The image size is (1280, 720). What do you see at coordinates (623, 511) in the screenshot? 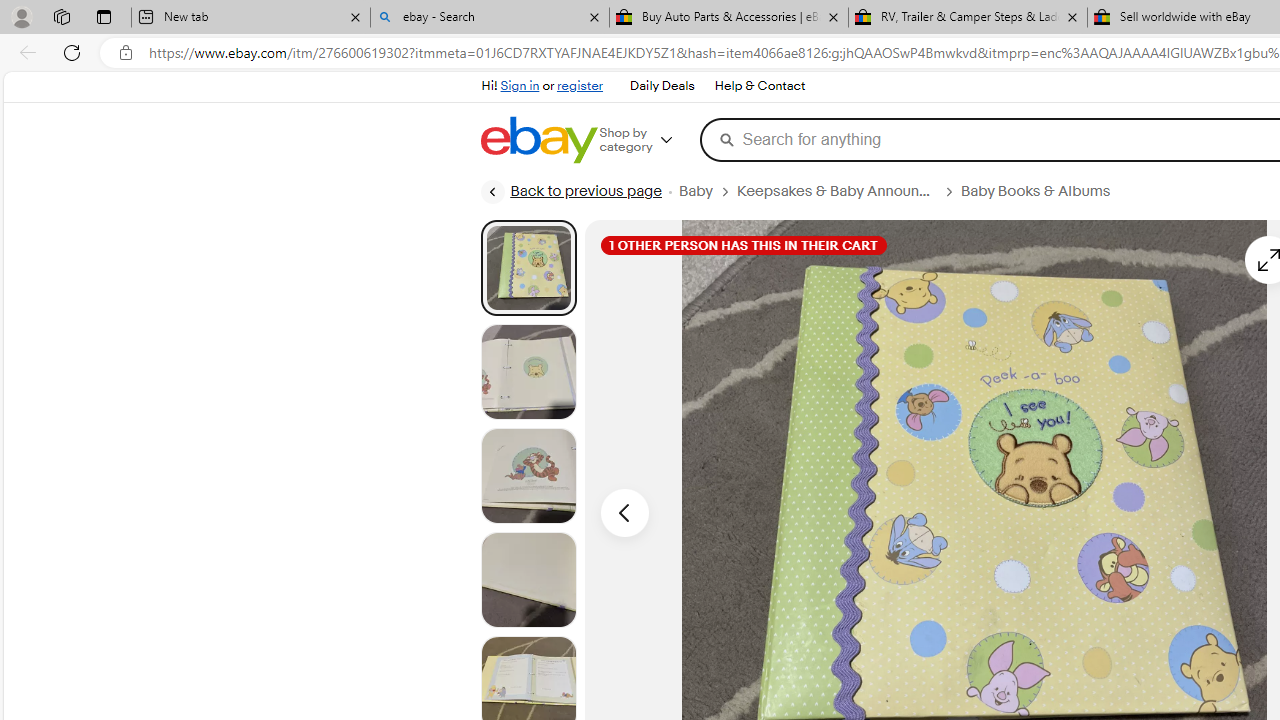
I see `'Previous image - Item images thumbnails'` at bounding box center [623, 511].